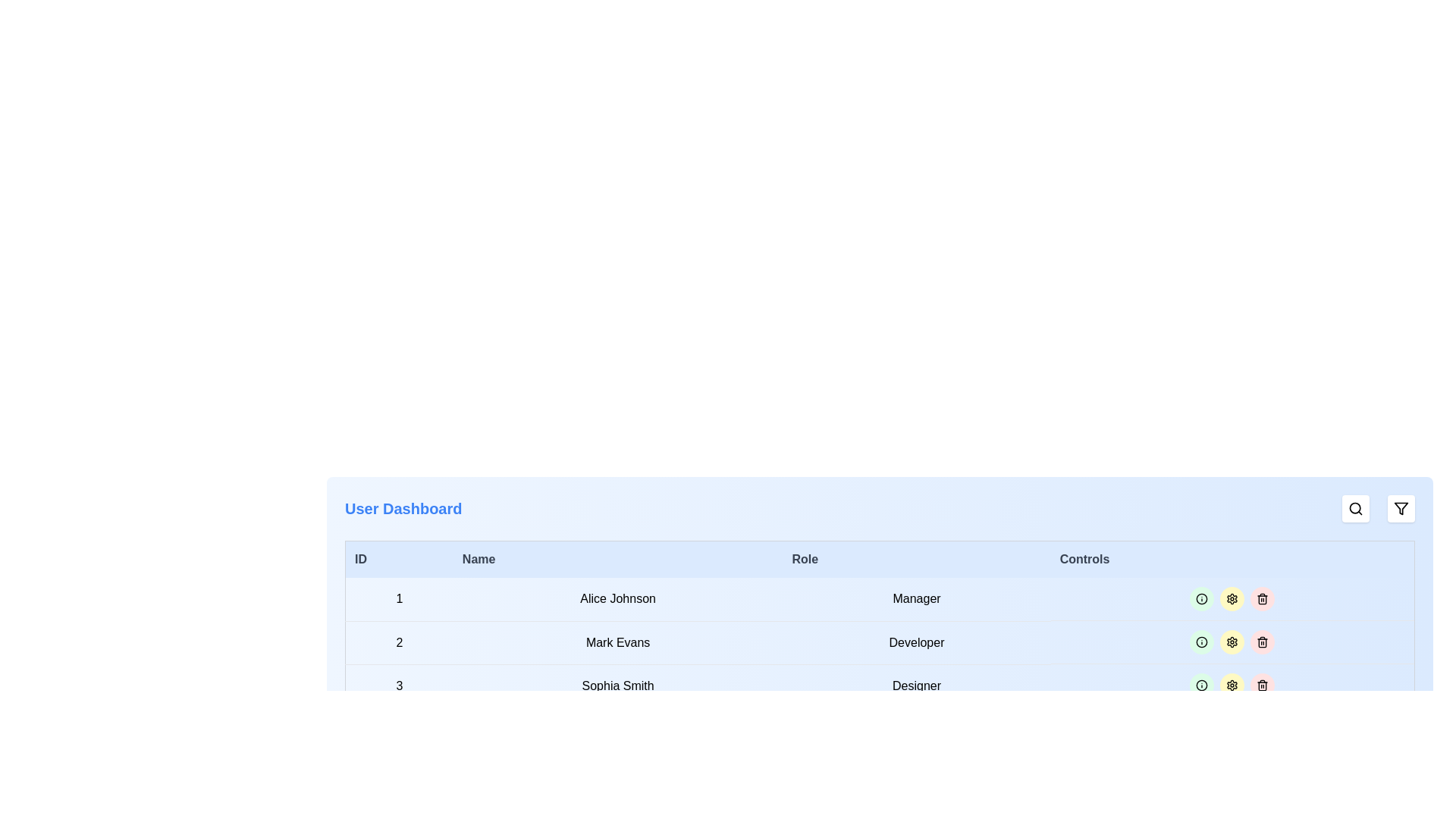 This screenshot has height=819, width=1456. I want to click on the static text label displaying the identifier number for the entry in the second row of the ID column in the table, so click(399, 642).